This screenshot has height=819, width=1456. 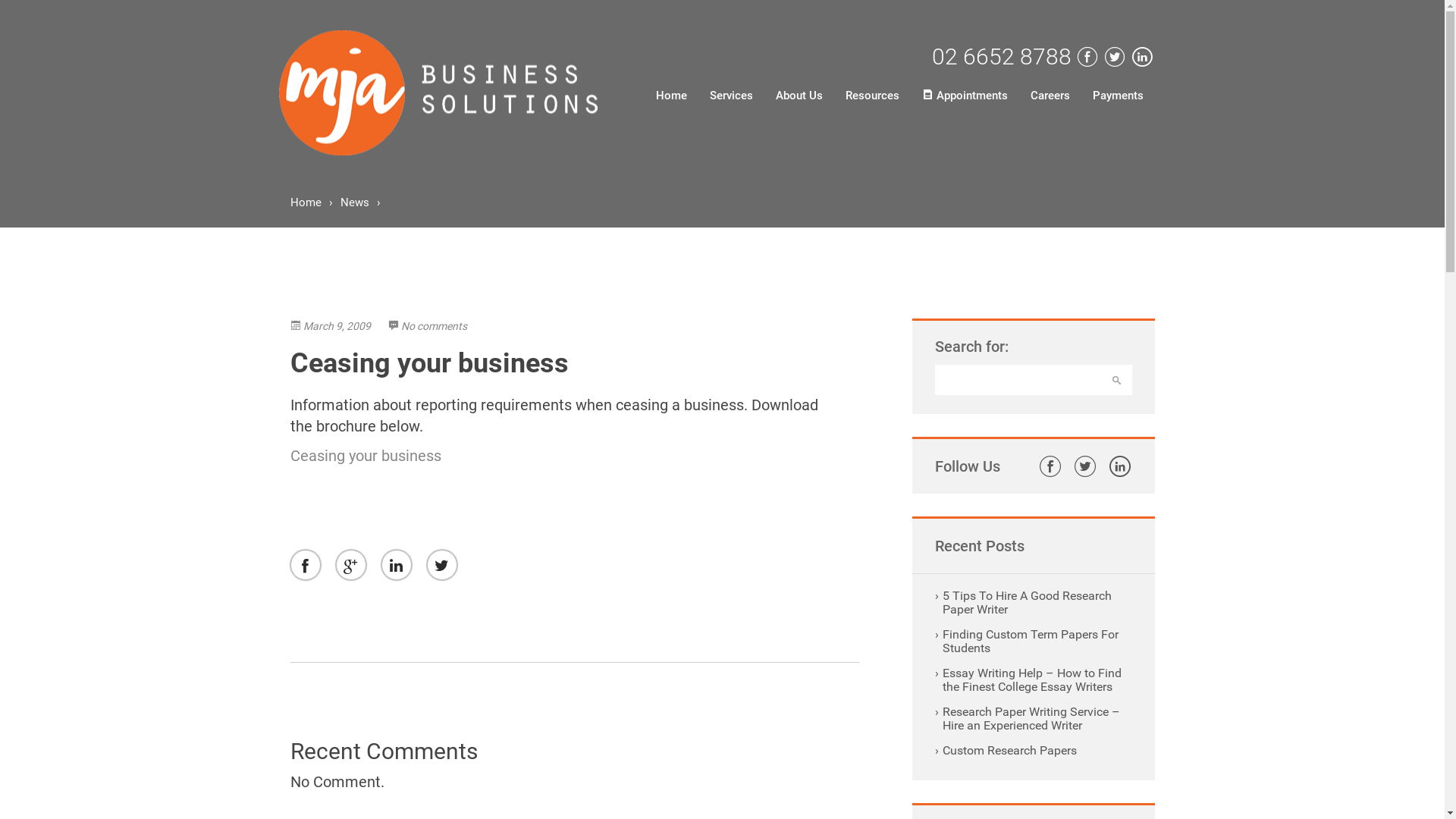 I want to click on 'Services', so click(x=730, y=96).